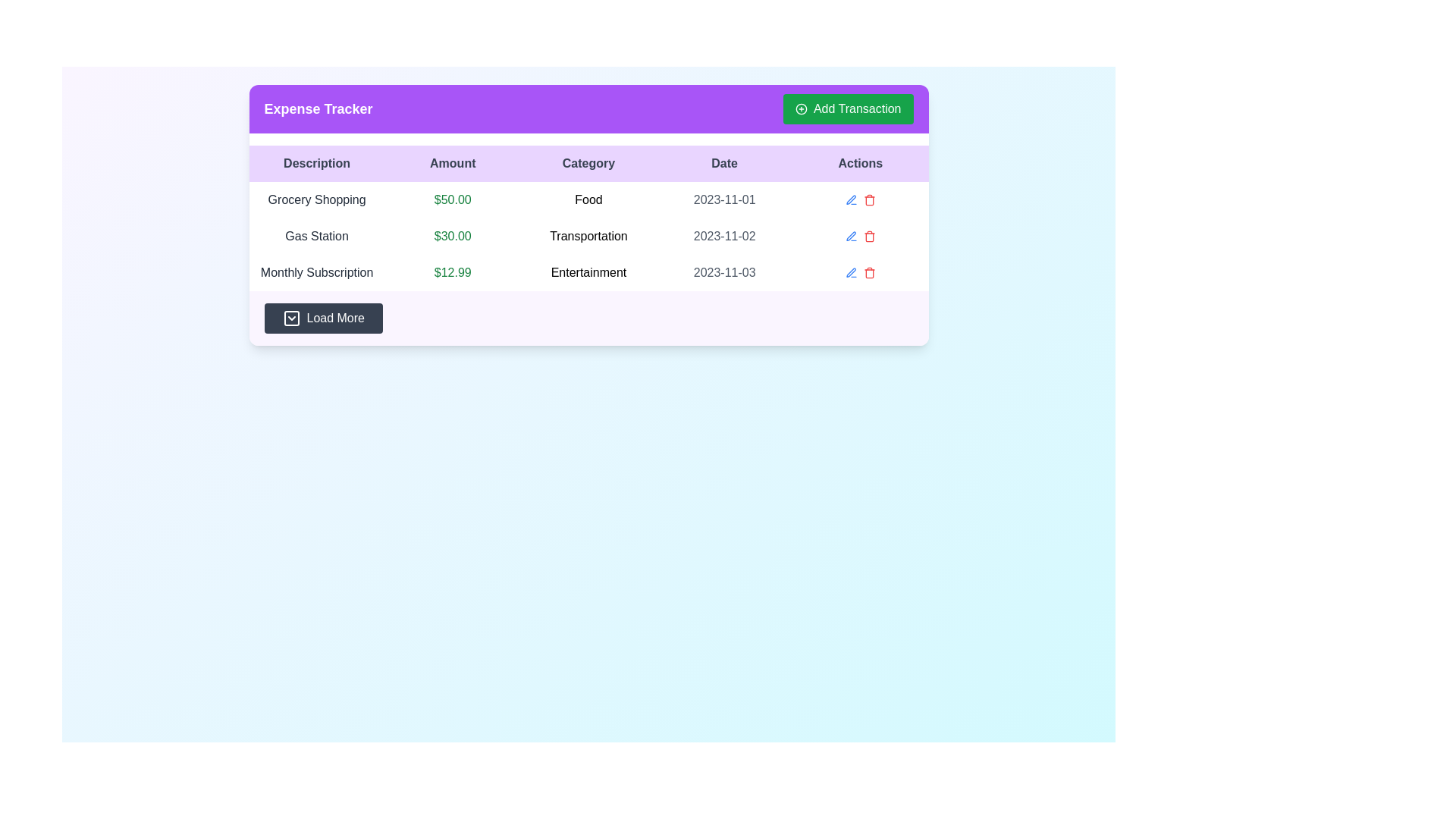 The width and height of the screenshot is (1456, 819). I want to click on the header label for the 'Description' column, which is the first column header in the top row of the table-like section, so click(316, 164).